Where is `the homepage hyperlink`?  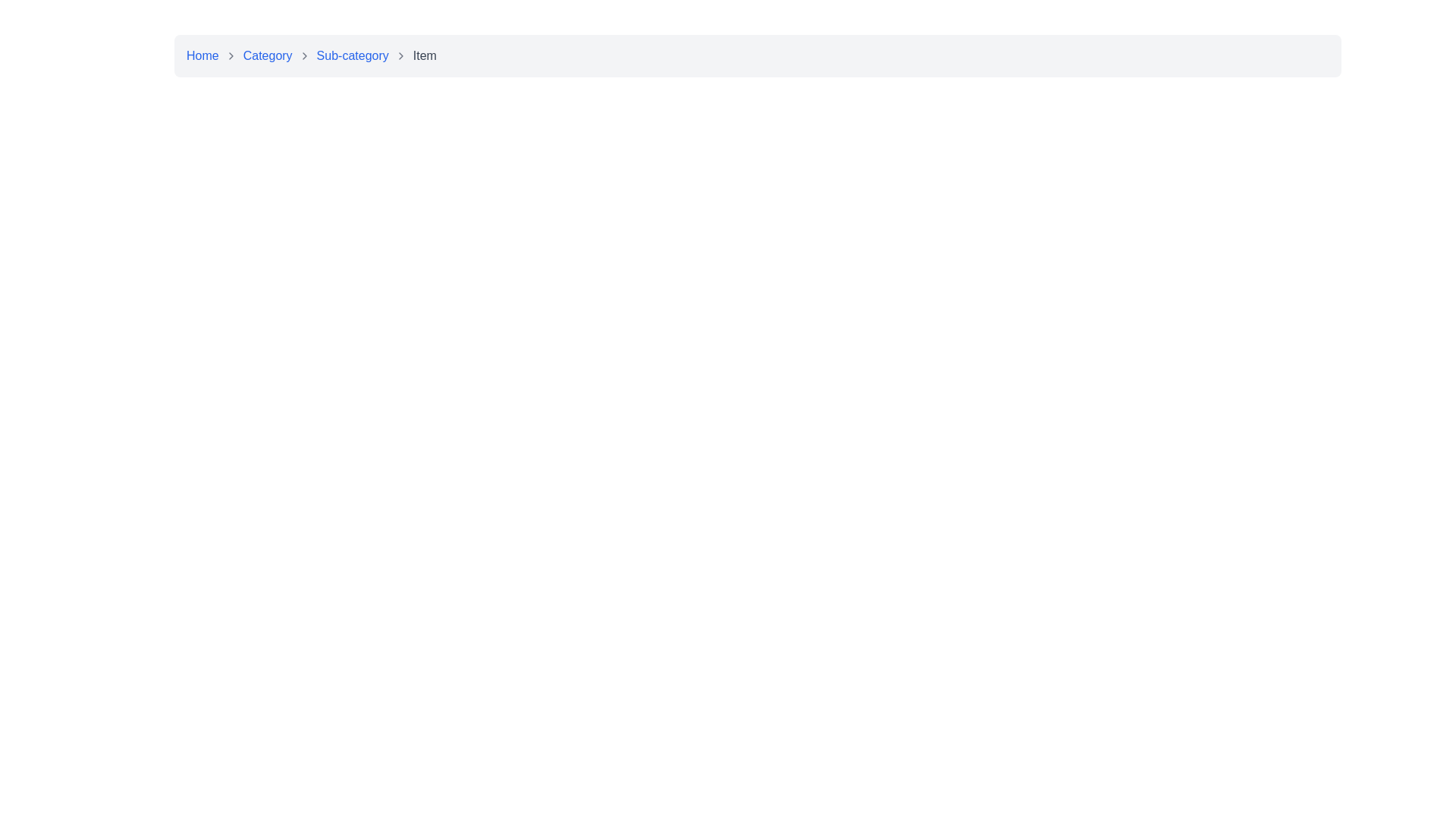
the homepage hyperlink is located at coordinates (202, 55).